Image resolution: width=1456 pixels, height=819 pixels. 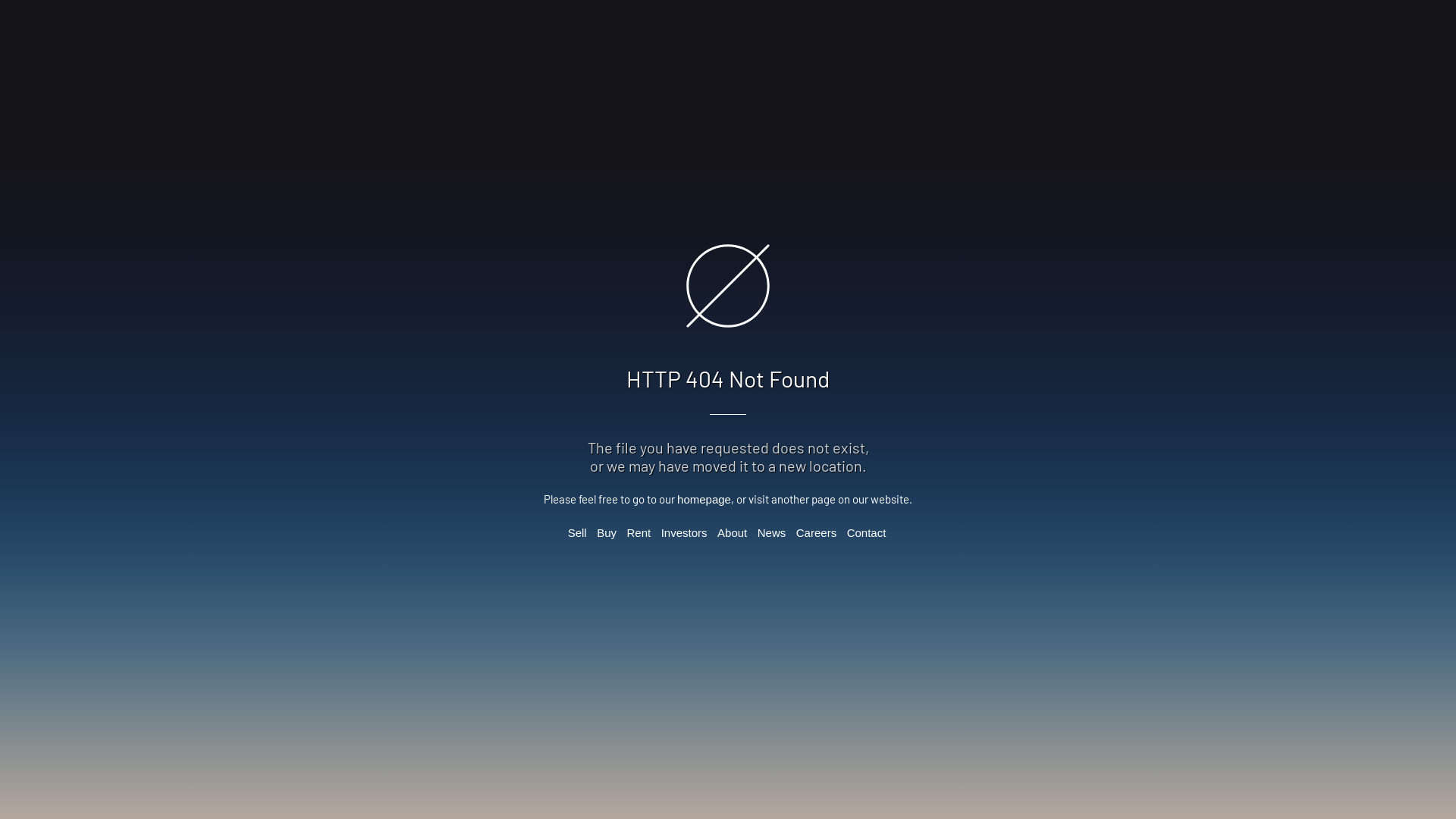 I want to click on 'Careers', so click(x=815, y=532).